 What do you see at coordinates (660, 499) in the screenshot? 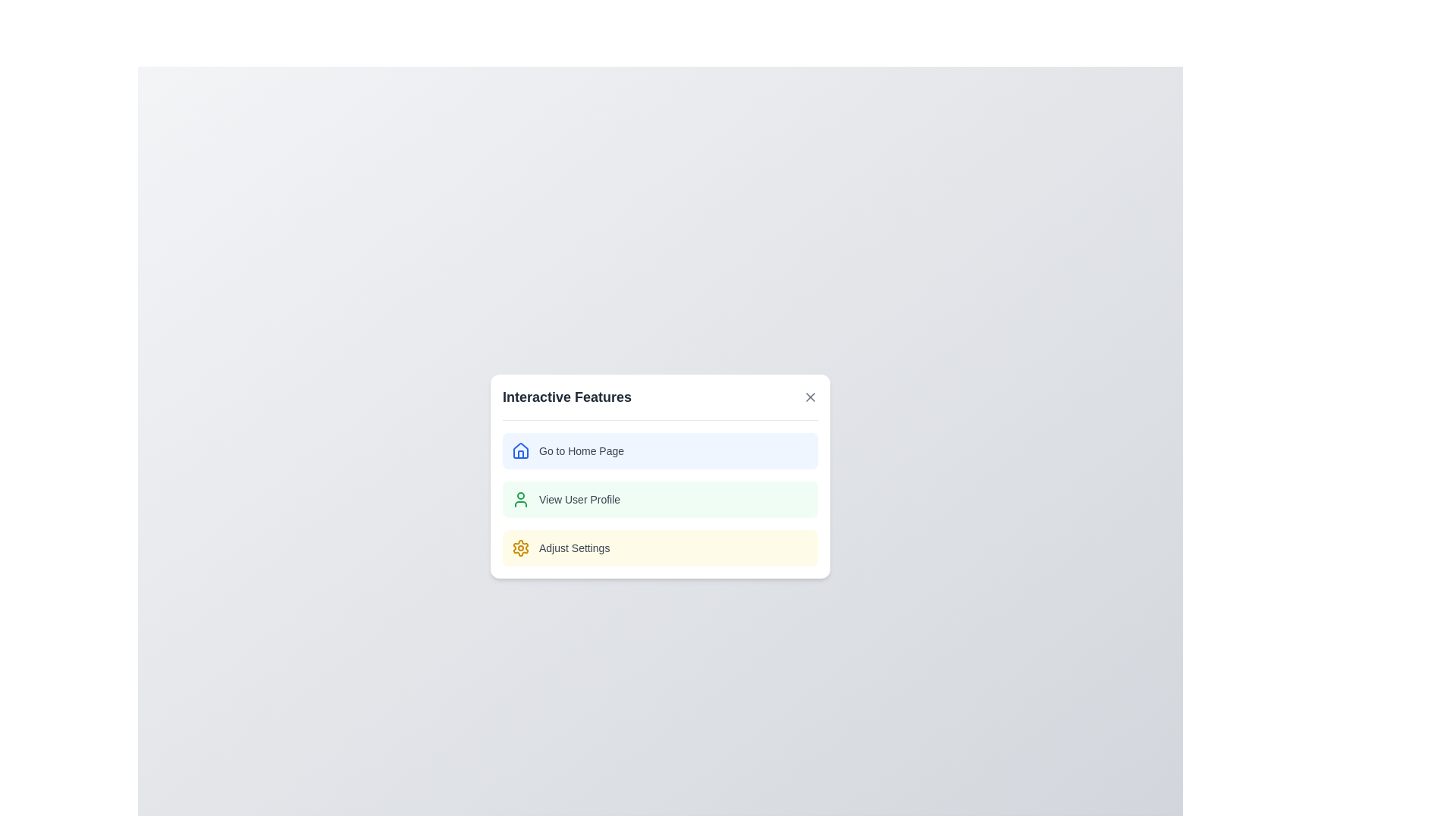
I see `the second item in the 'Interactive Features' panel` at bounding box center [660, 499].